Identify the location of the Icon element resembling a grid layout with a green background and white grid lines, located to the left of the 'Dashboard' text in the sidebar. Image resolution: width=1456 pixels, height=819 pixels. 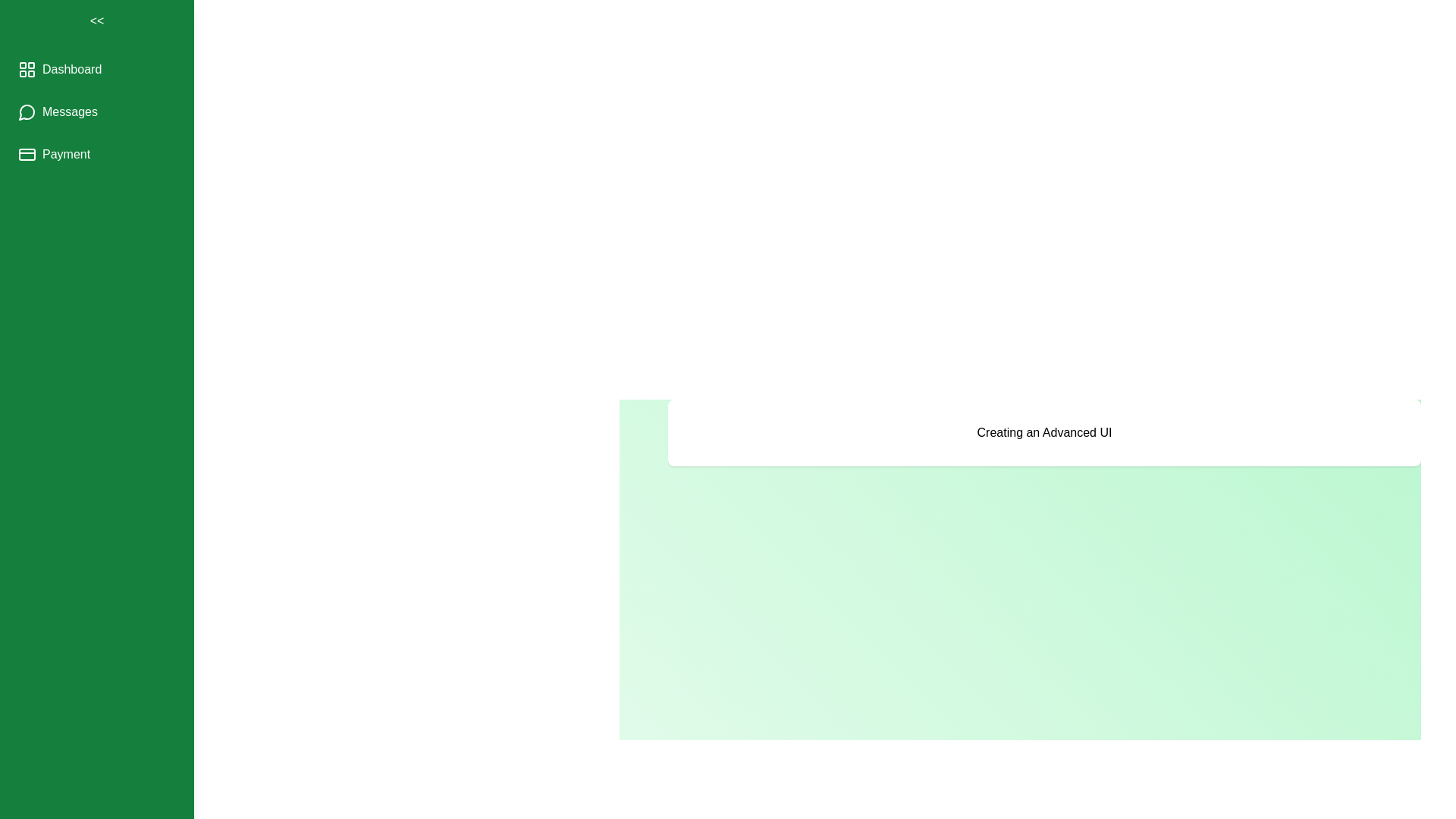
(27, 70).